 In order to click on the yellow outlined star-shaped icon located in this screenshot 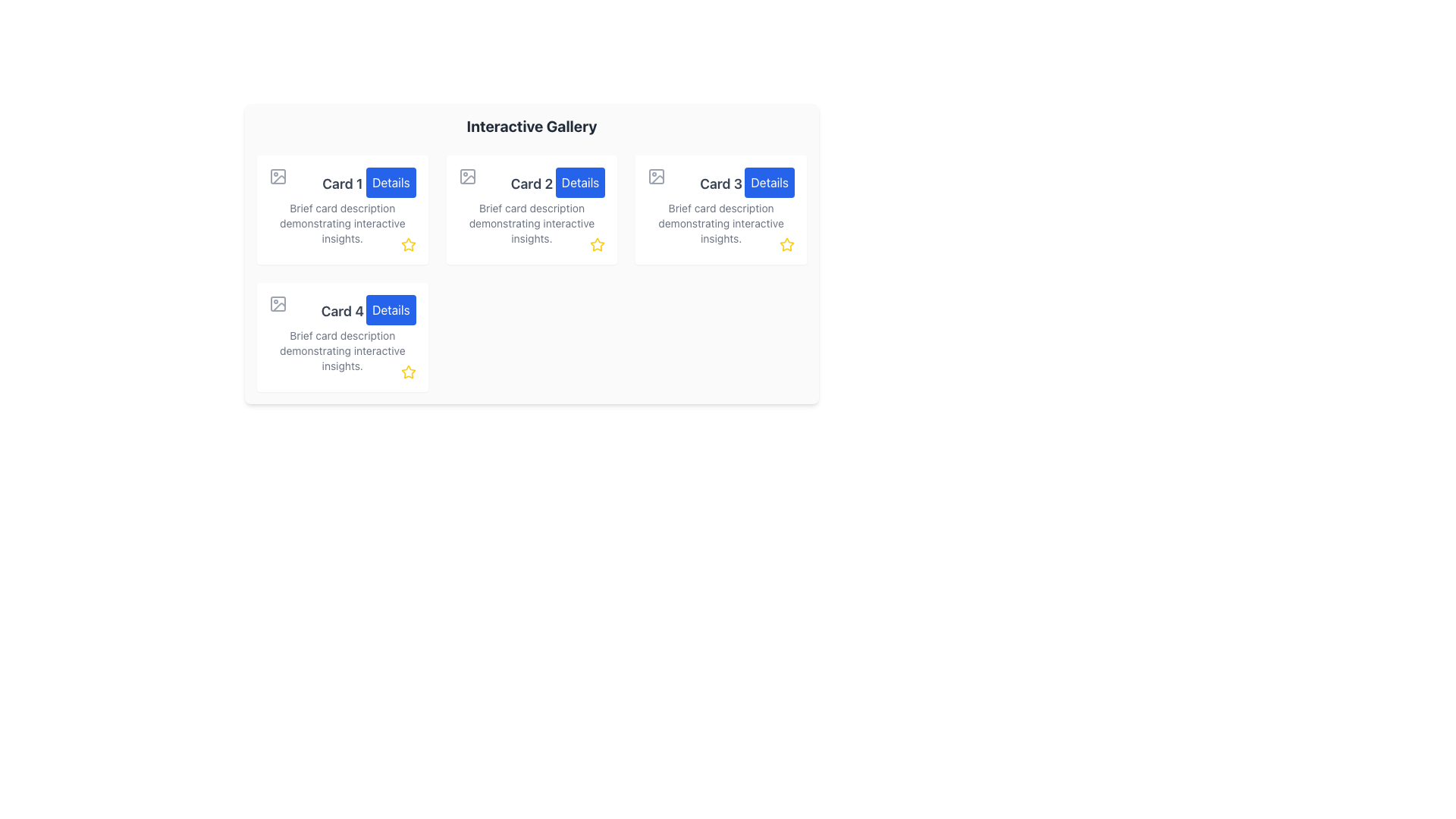, I will do `click(408, 372)`.